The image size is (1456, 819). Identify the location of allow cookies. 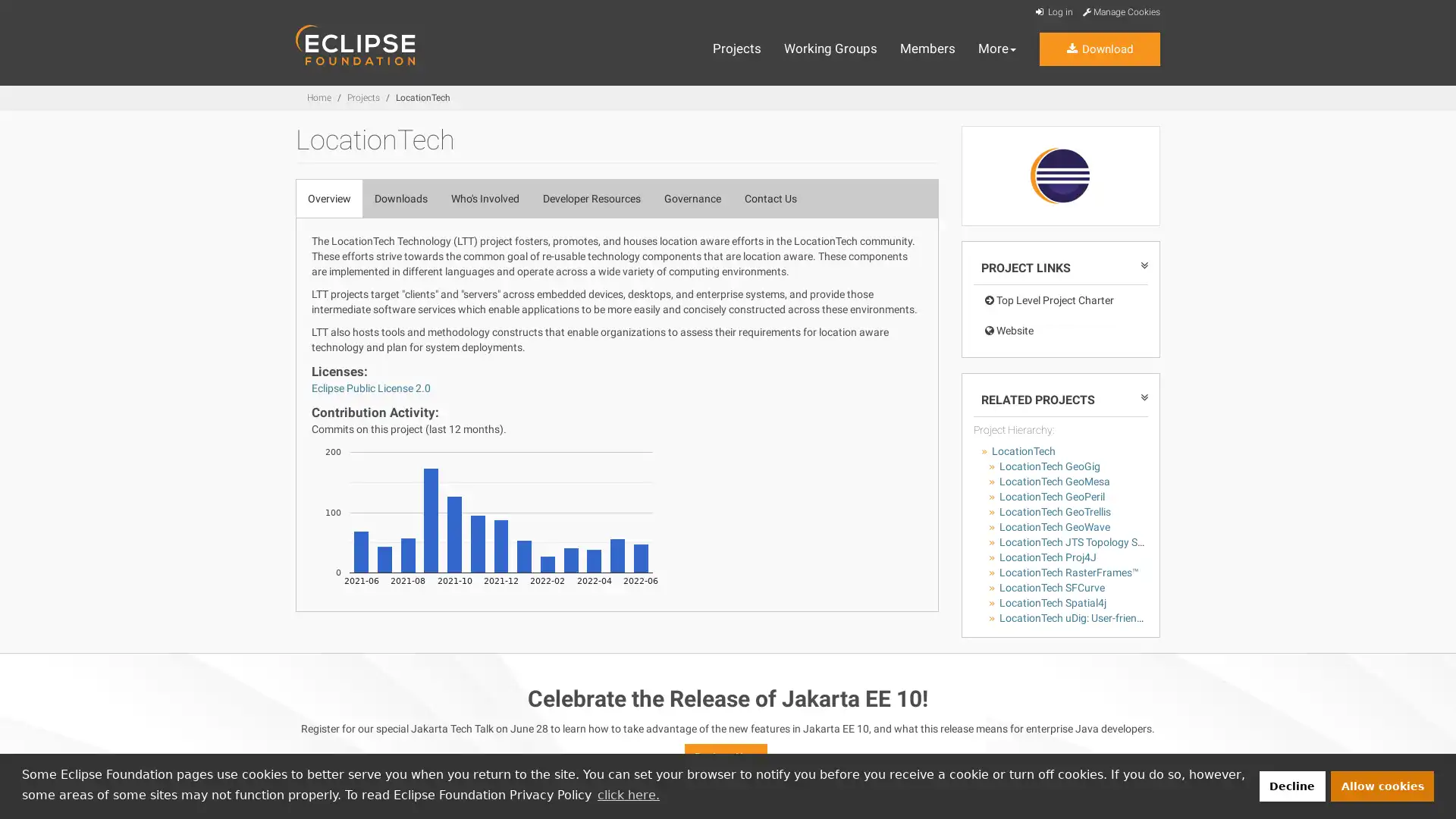
(1382, 785).